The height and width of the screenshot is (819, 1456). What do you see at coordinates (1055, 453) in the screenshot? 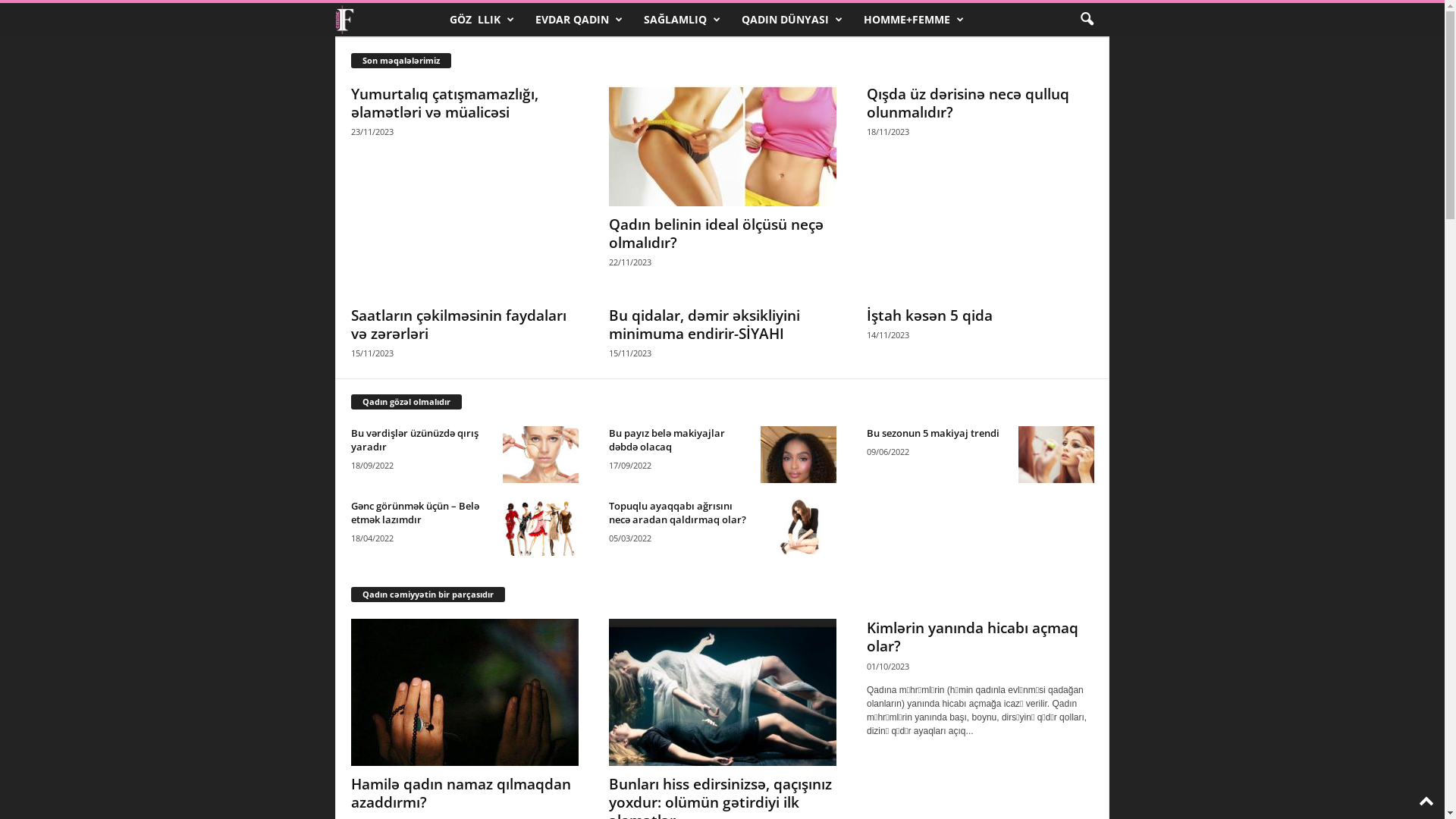
I see `'Bu sezonun 5 makiyaj trendi'` at bounding box center [1055, 453].